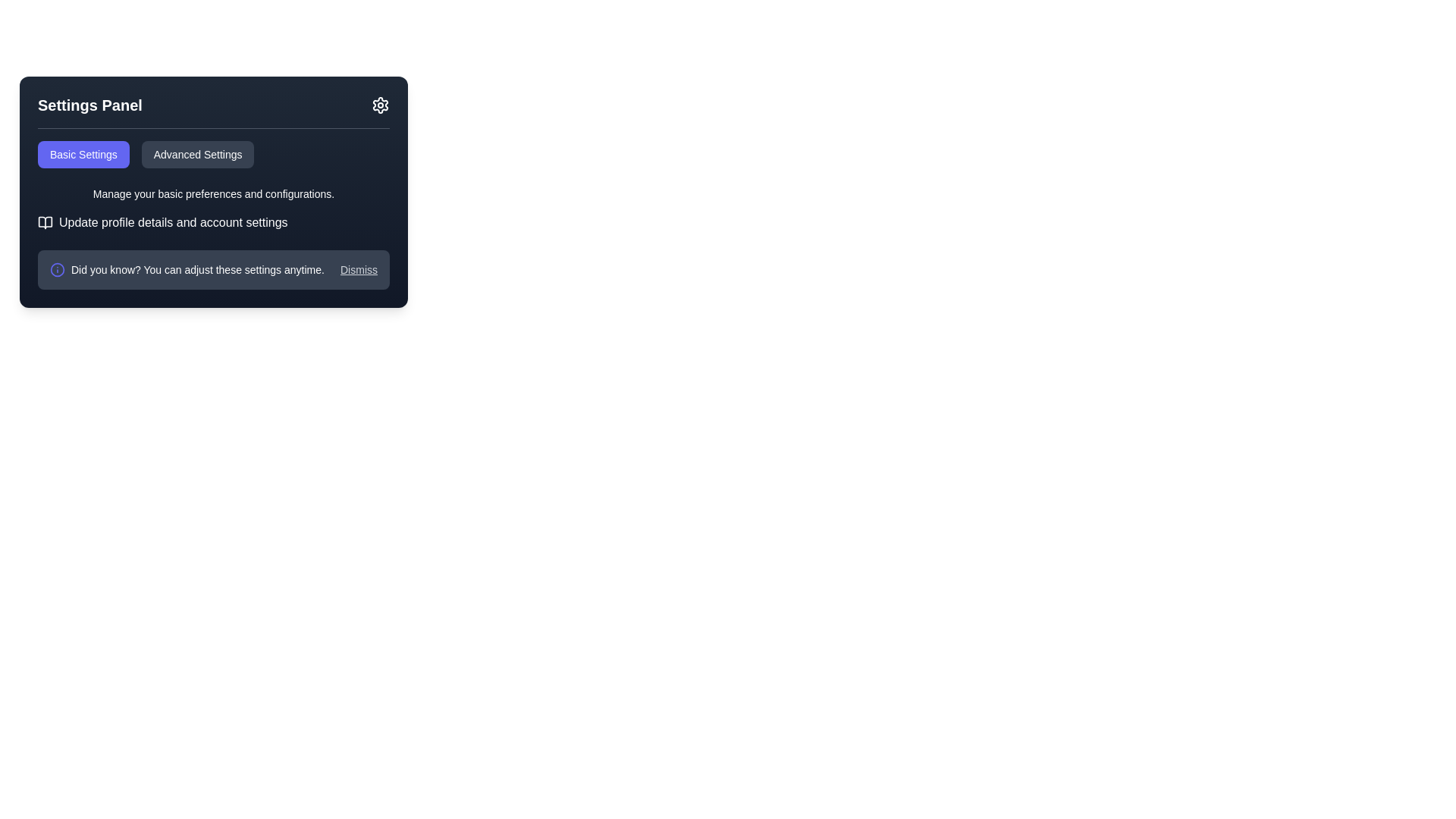 The width and height of the screenshot is (1456, 819). Describe the element at coordinates (381, 104) in the screenshot. I see `the cogwheel-shaped icon button in the top-right corner of the 'Settings Panel'` at that location.